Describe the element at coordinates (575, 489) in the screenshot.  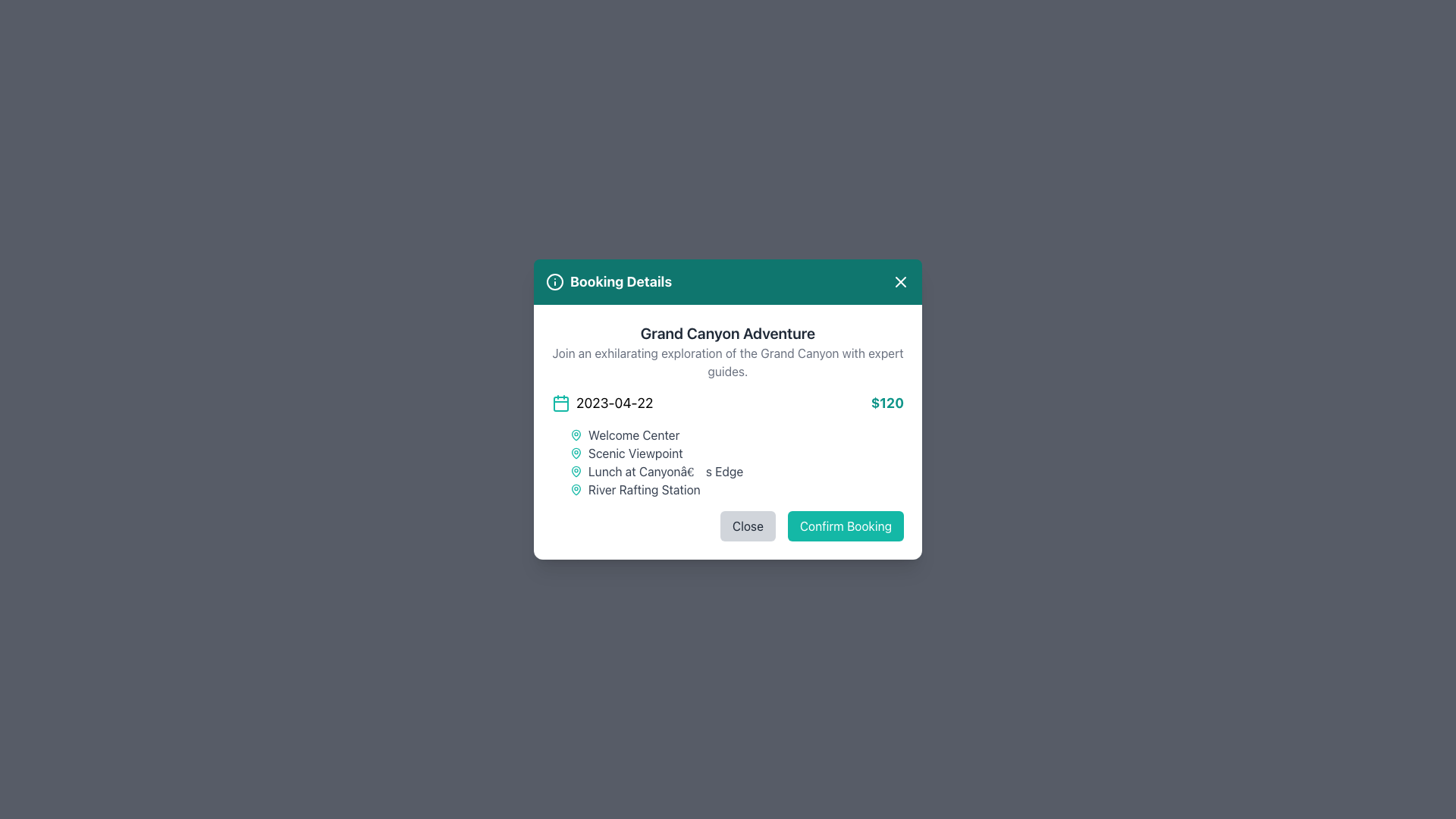
I see `the small teardrop-shaped icon with a turquoise outline and white interior located to the left of the text 'River Rafting Station' in the Booking Details section` at that location.